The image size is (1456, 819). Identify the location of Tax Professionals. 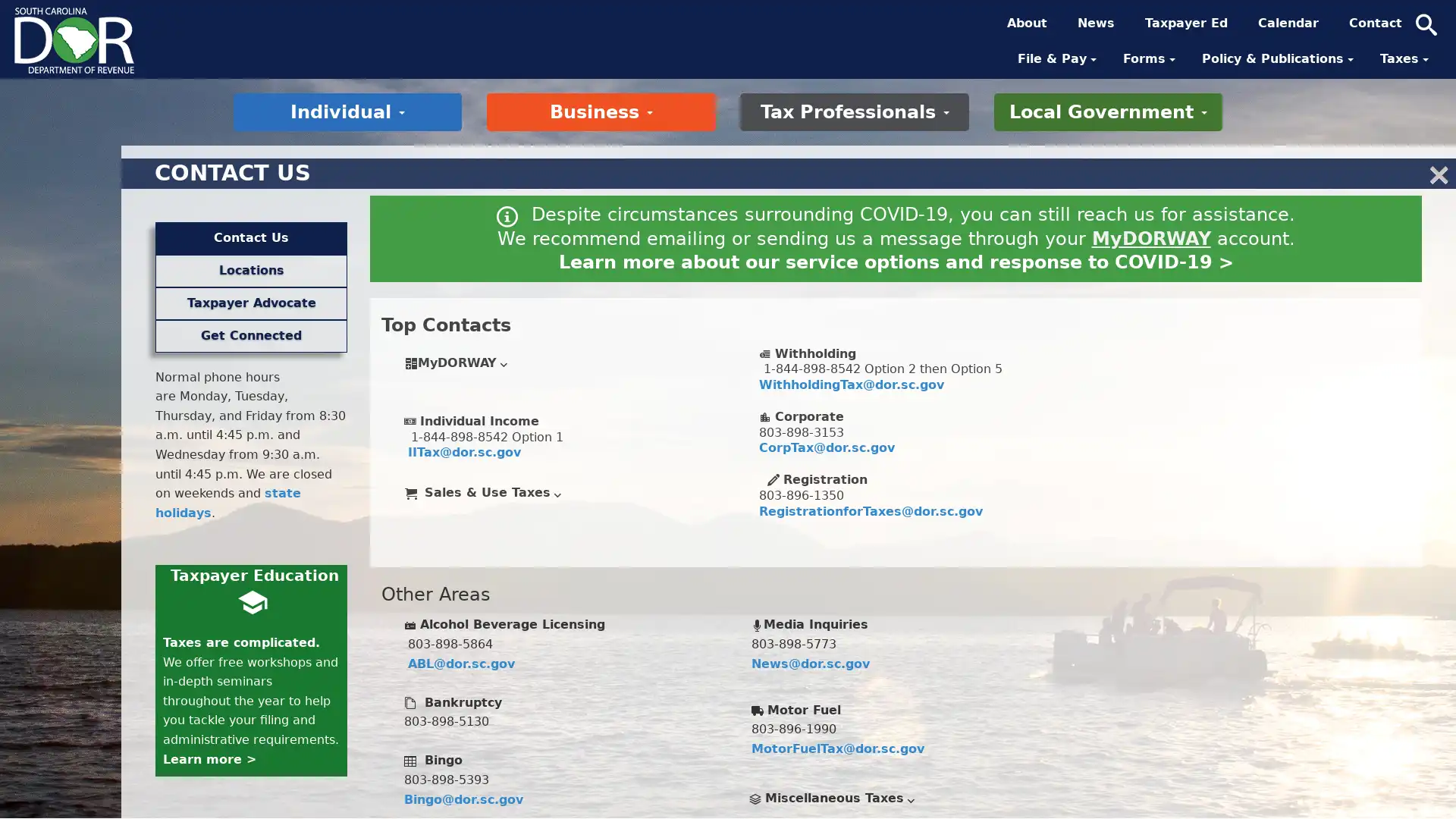
(854, 110).